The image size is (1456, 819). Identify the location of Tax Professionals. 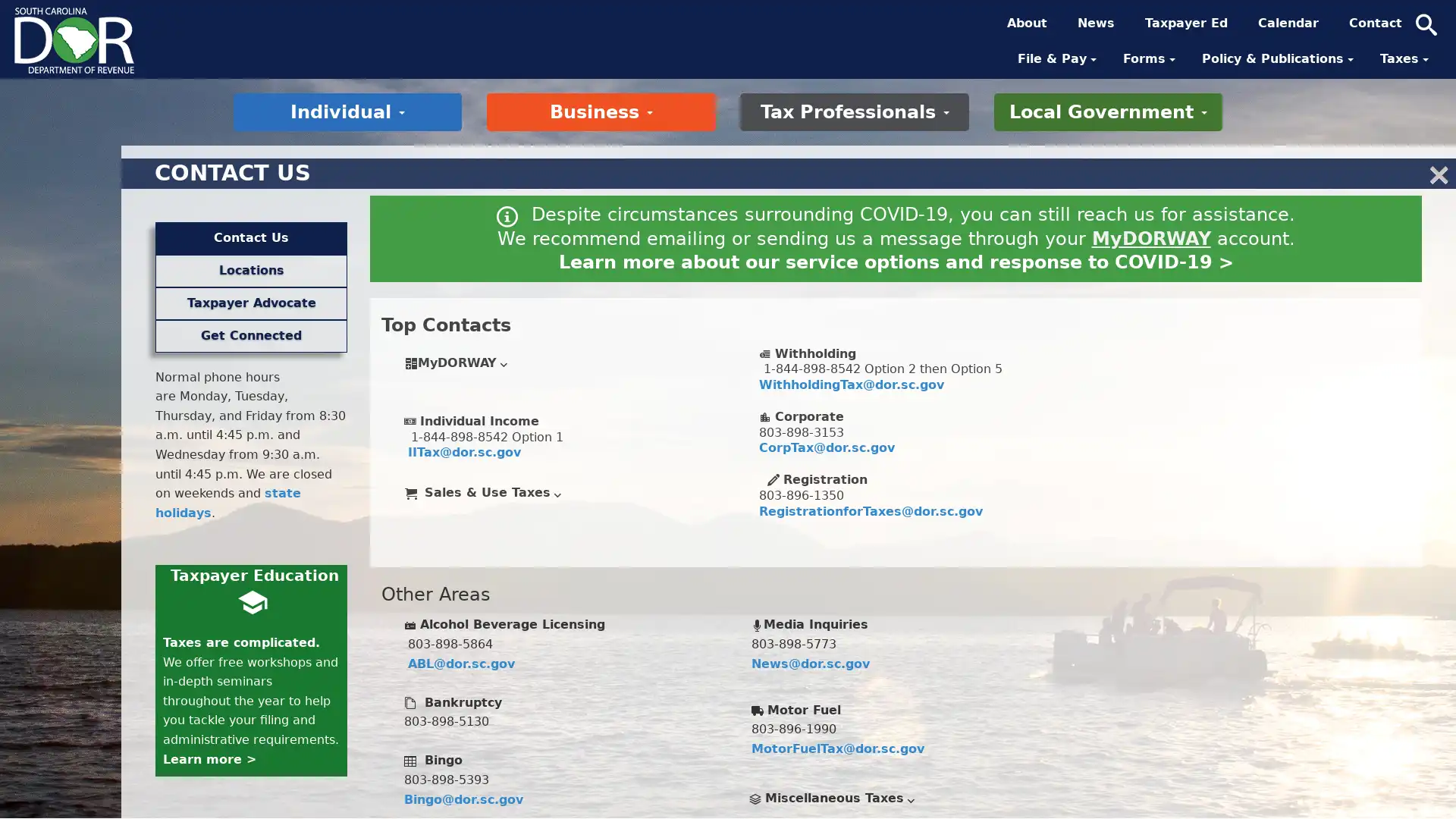
(854, 110).